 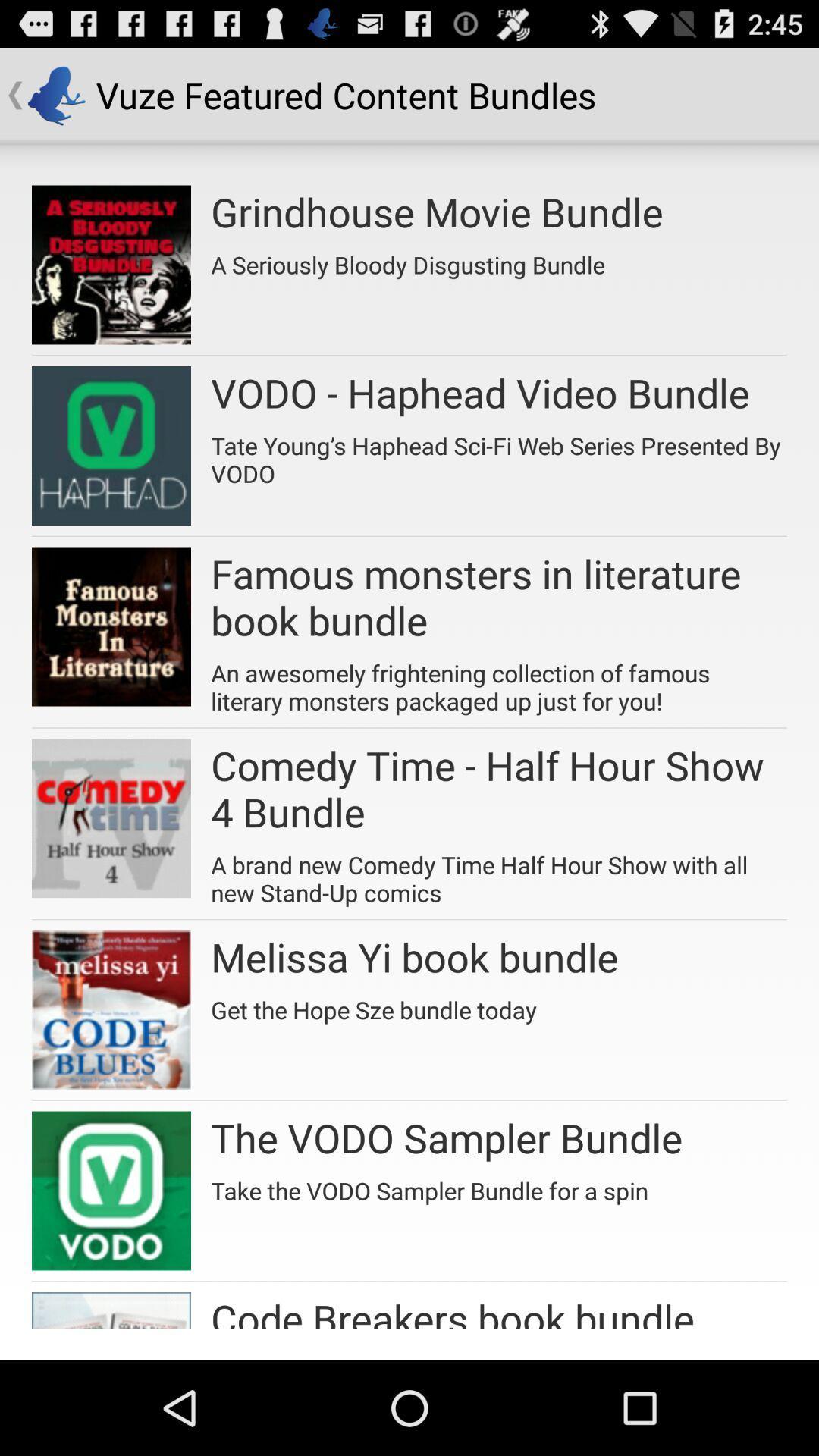 I want to click on the tate young s icon, so click(x=499, y=453).